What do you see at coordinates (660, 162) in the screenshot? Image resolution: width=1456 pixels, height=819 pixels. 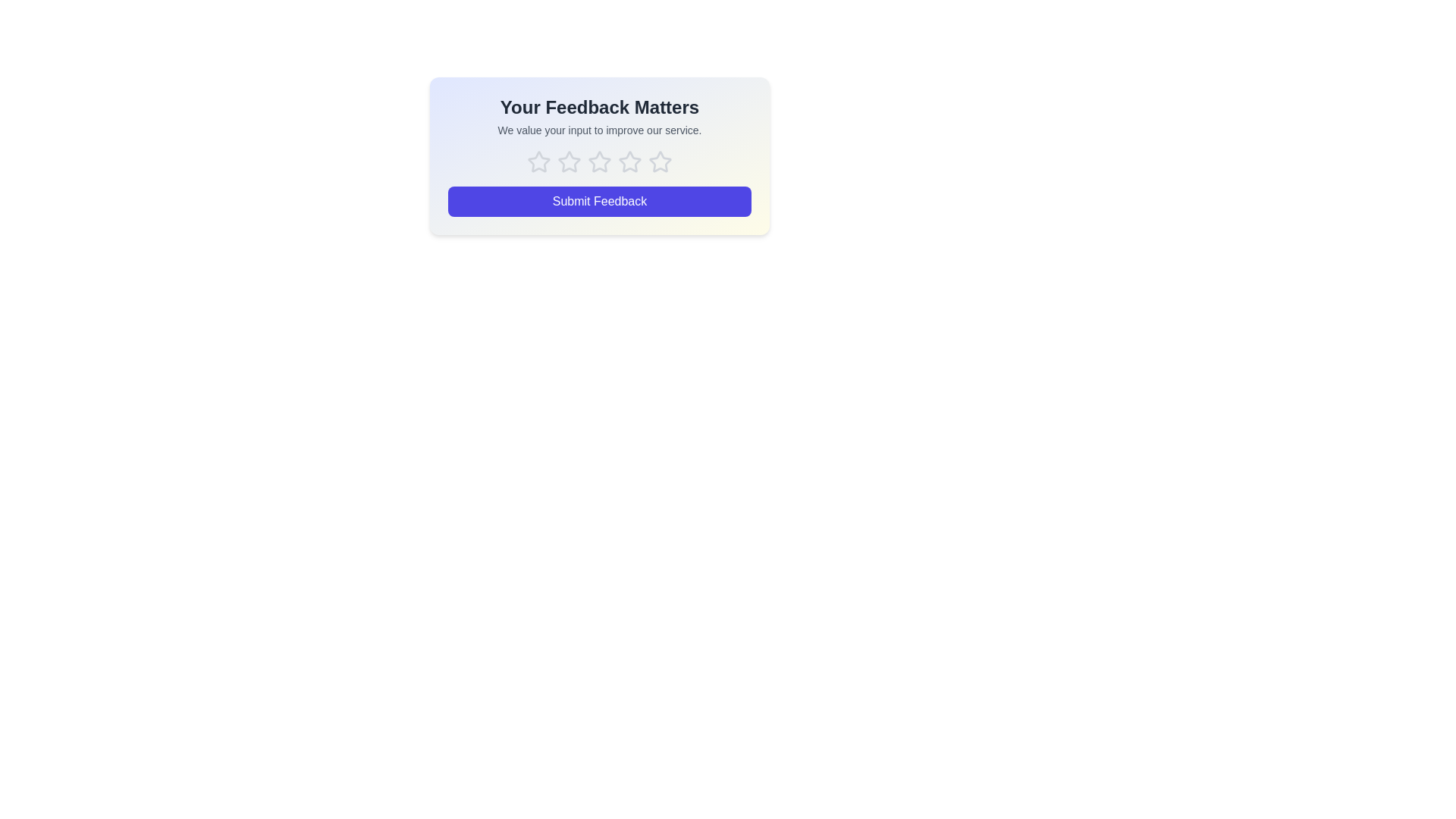 I see `the fourth hollow star icon in the rating component` at bounding box center [660, 162].